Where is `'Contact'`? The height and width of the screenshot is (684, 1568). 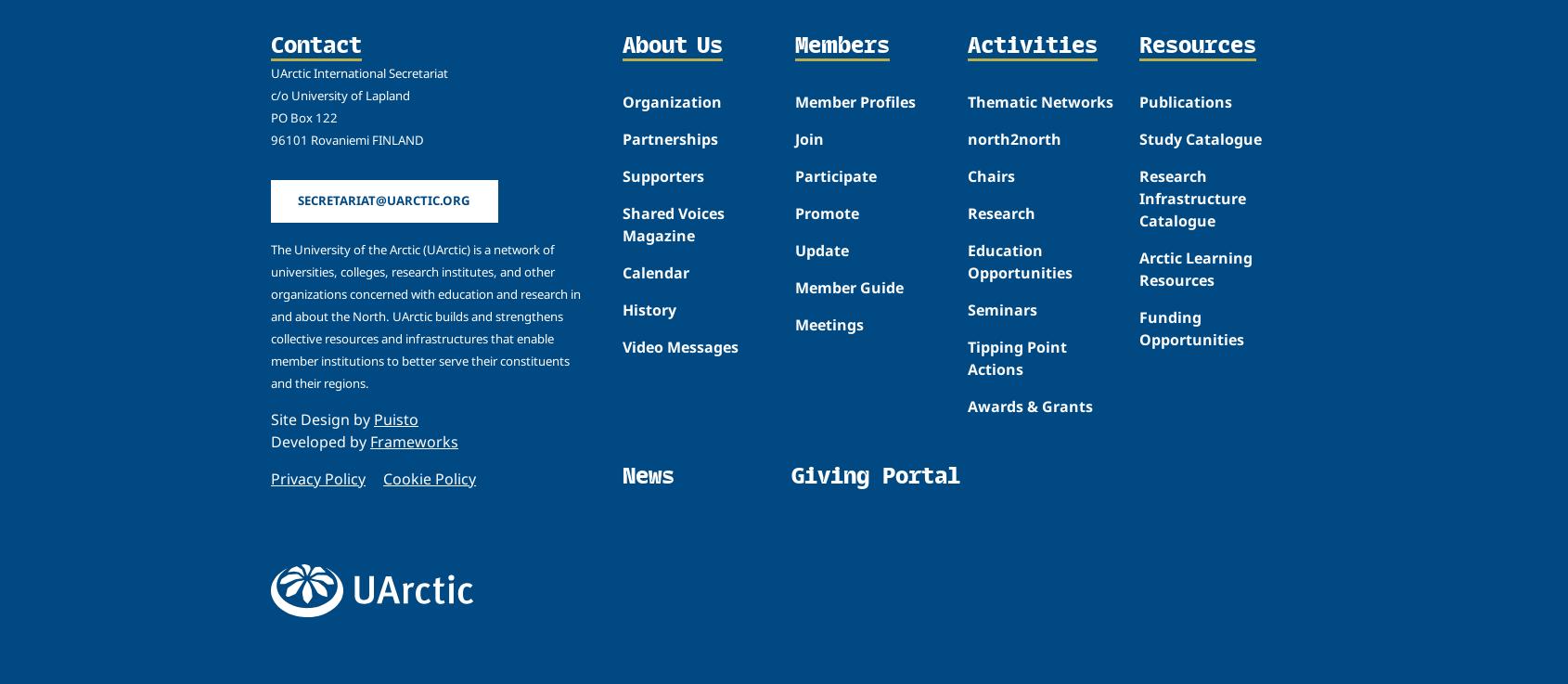 'Contact' is located at coordinates (315, 44).